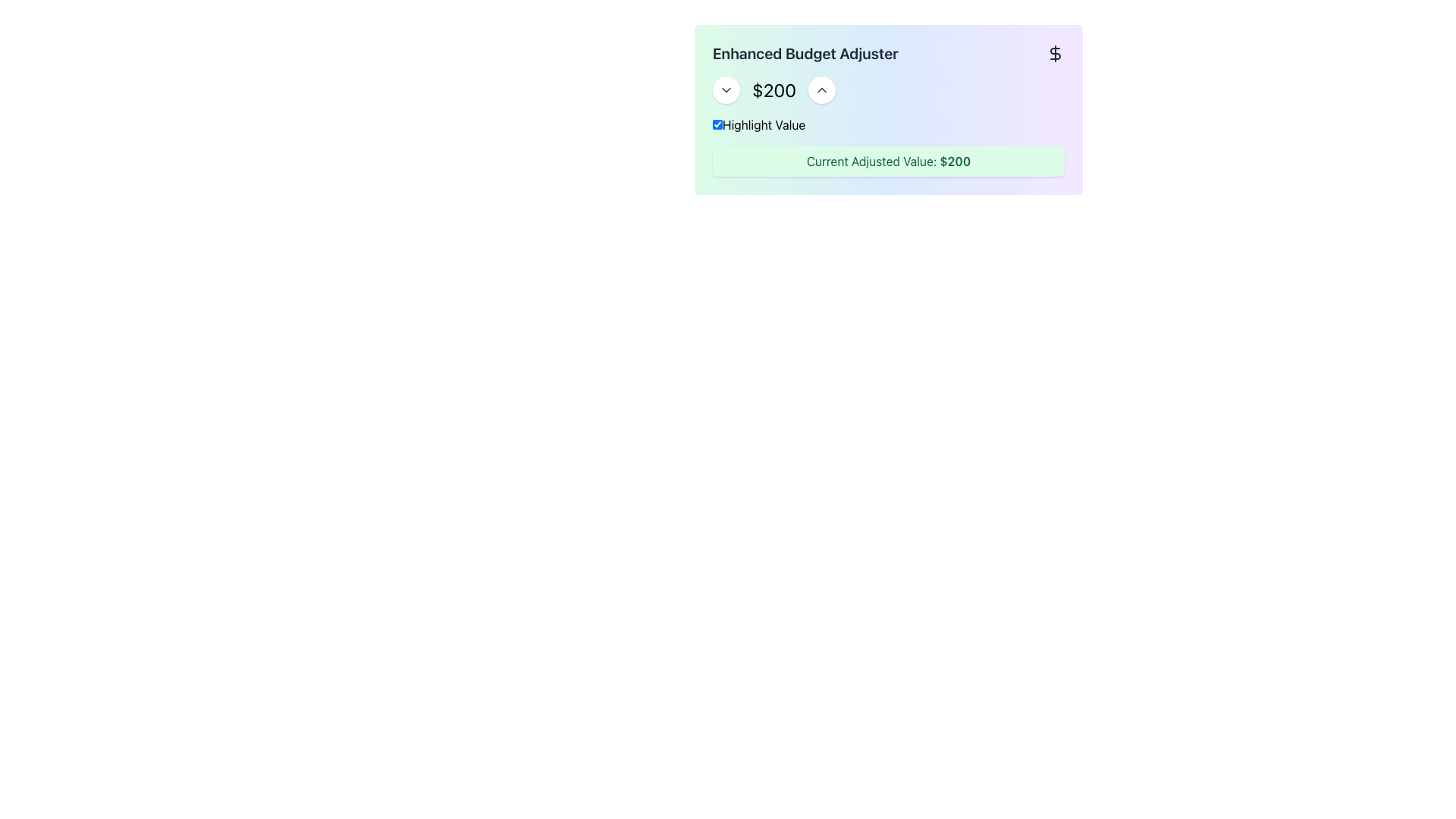 The image size is (1456, 819). I want to click on the circular buttons of the Composite UI element labeled '$200' in the 'Enhanced Budget Adjuster' section for visual feedback, so click(888, 90).